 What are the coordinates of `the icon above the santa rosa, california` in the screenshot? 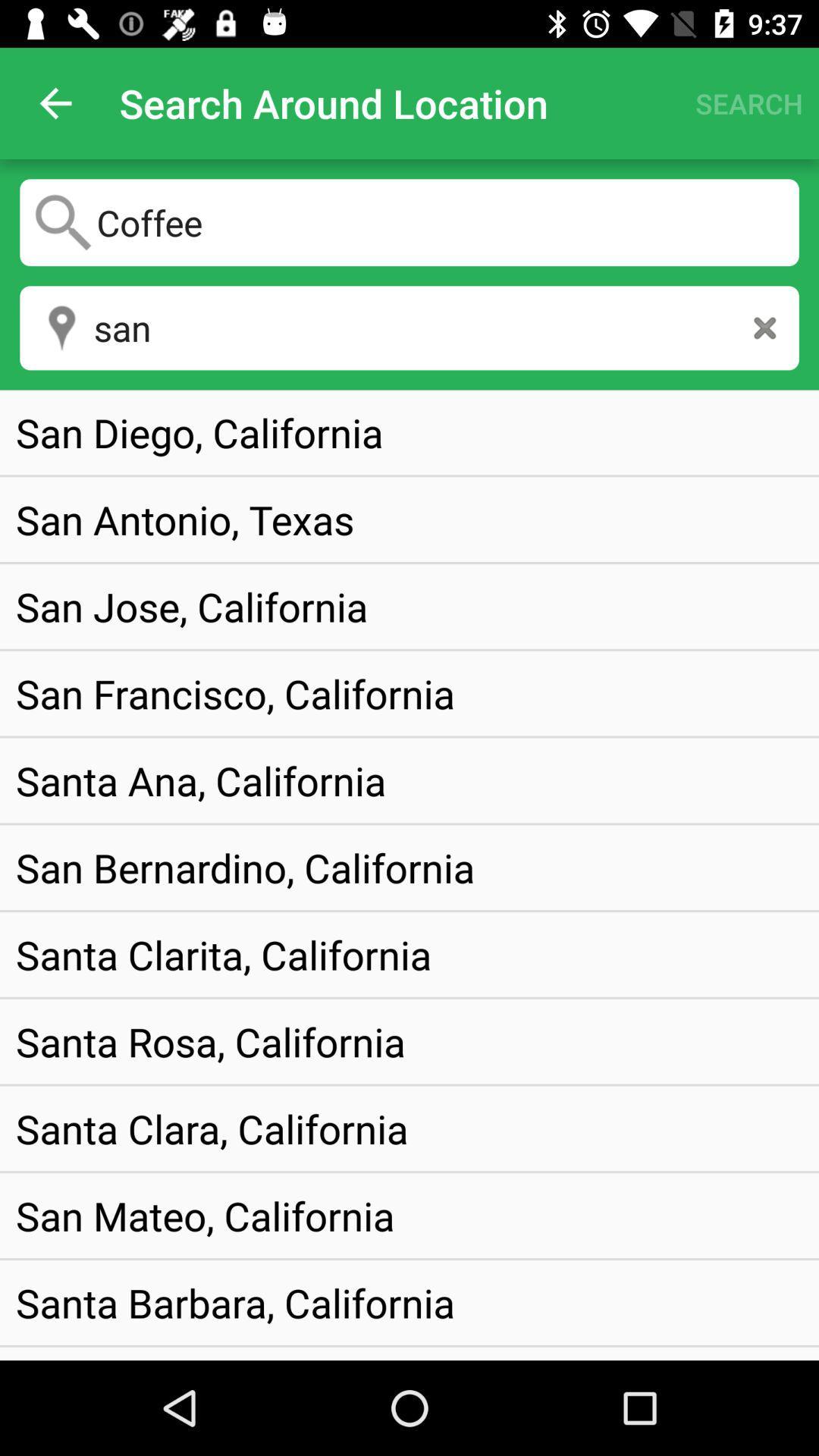 It's located at (224, 953).